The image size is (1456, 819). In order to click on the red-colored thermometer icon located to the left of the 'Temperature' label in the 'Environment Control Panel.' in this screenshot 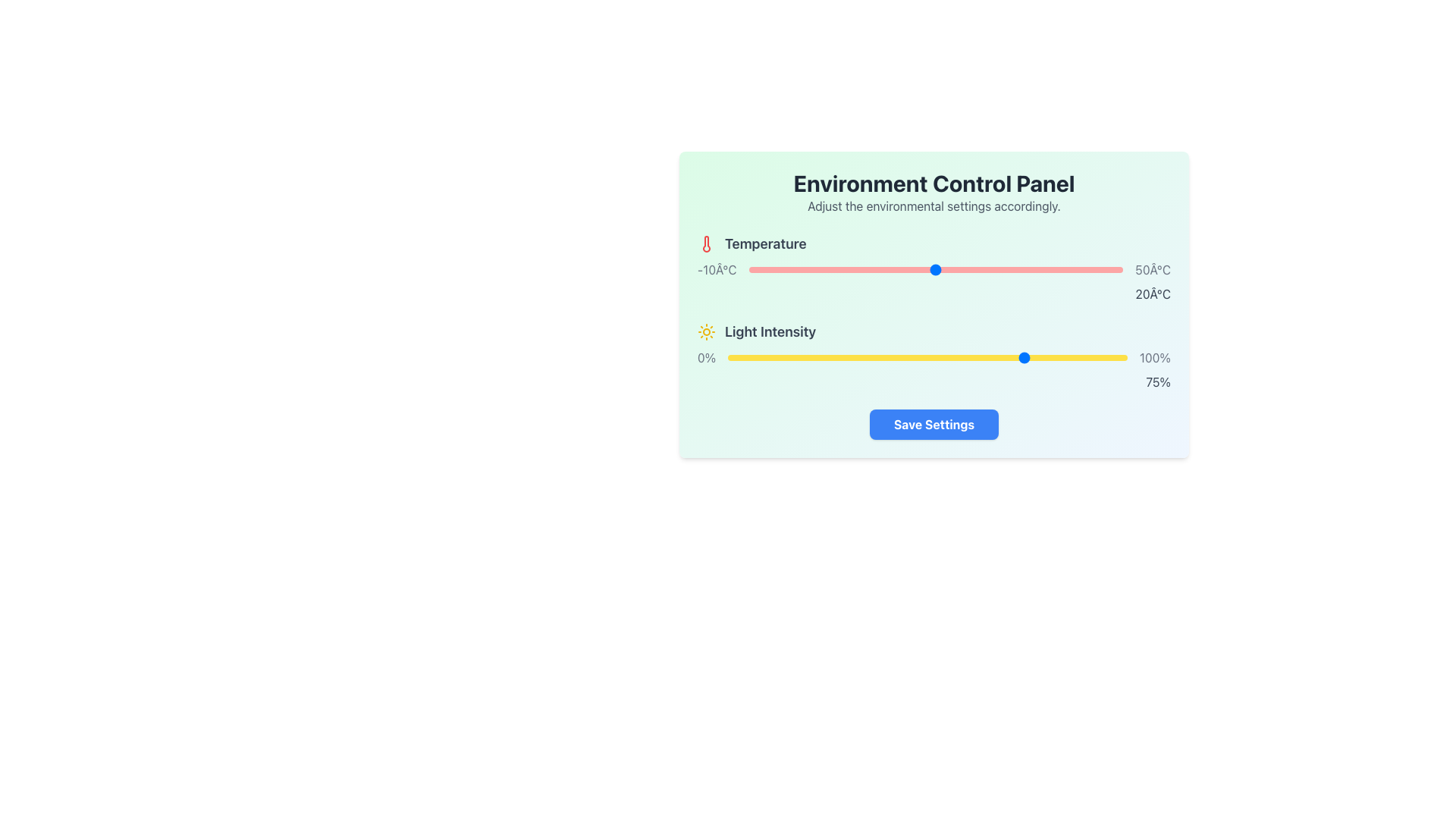, I will do `click(705, 243)`.